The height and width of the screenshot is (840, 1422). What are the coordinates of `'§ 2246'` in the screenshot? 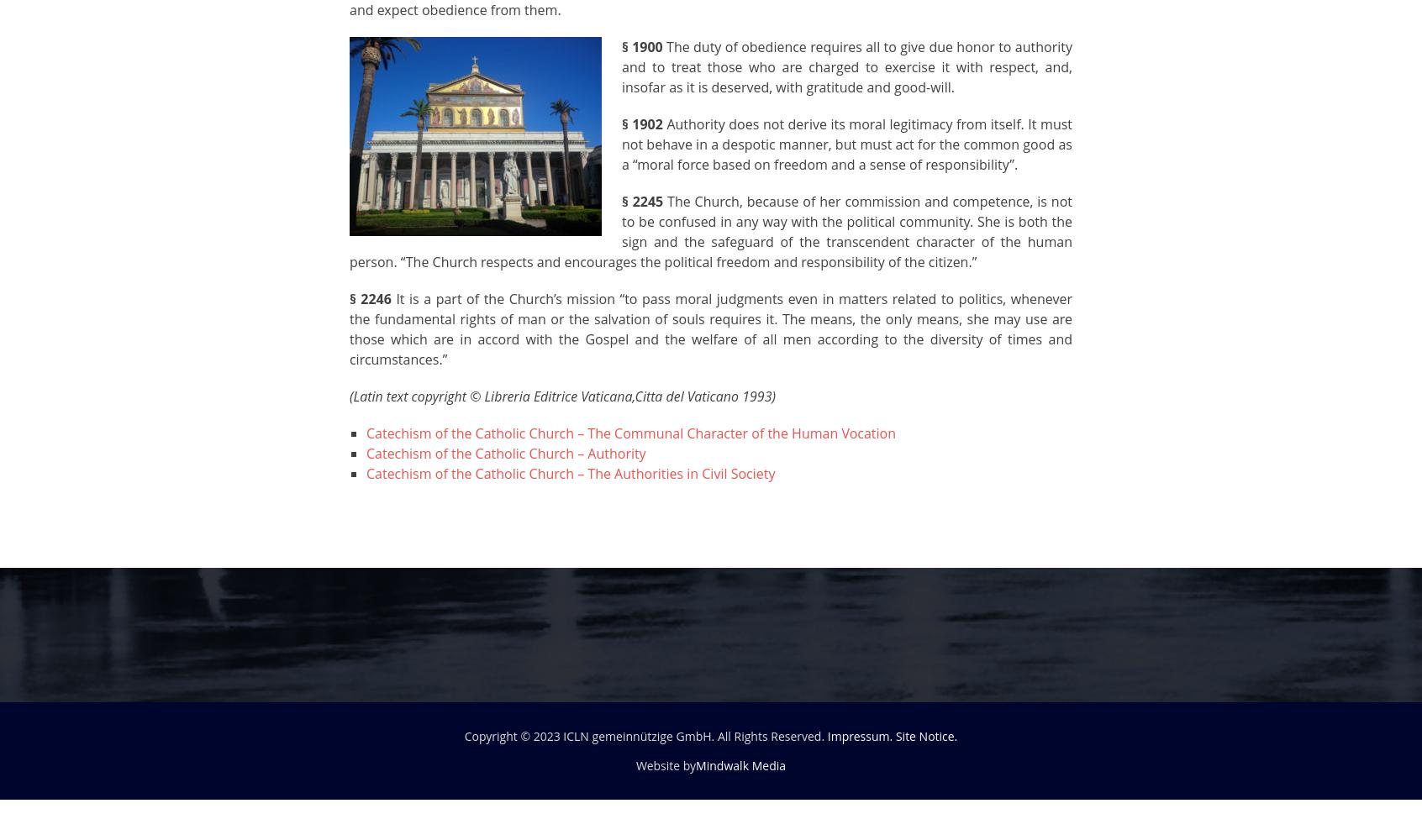 It's located at (350, 298).